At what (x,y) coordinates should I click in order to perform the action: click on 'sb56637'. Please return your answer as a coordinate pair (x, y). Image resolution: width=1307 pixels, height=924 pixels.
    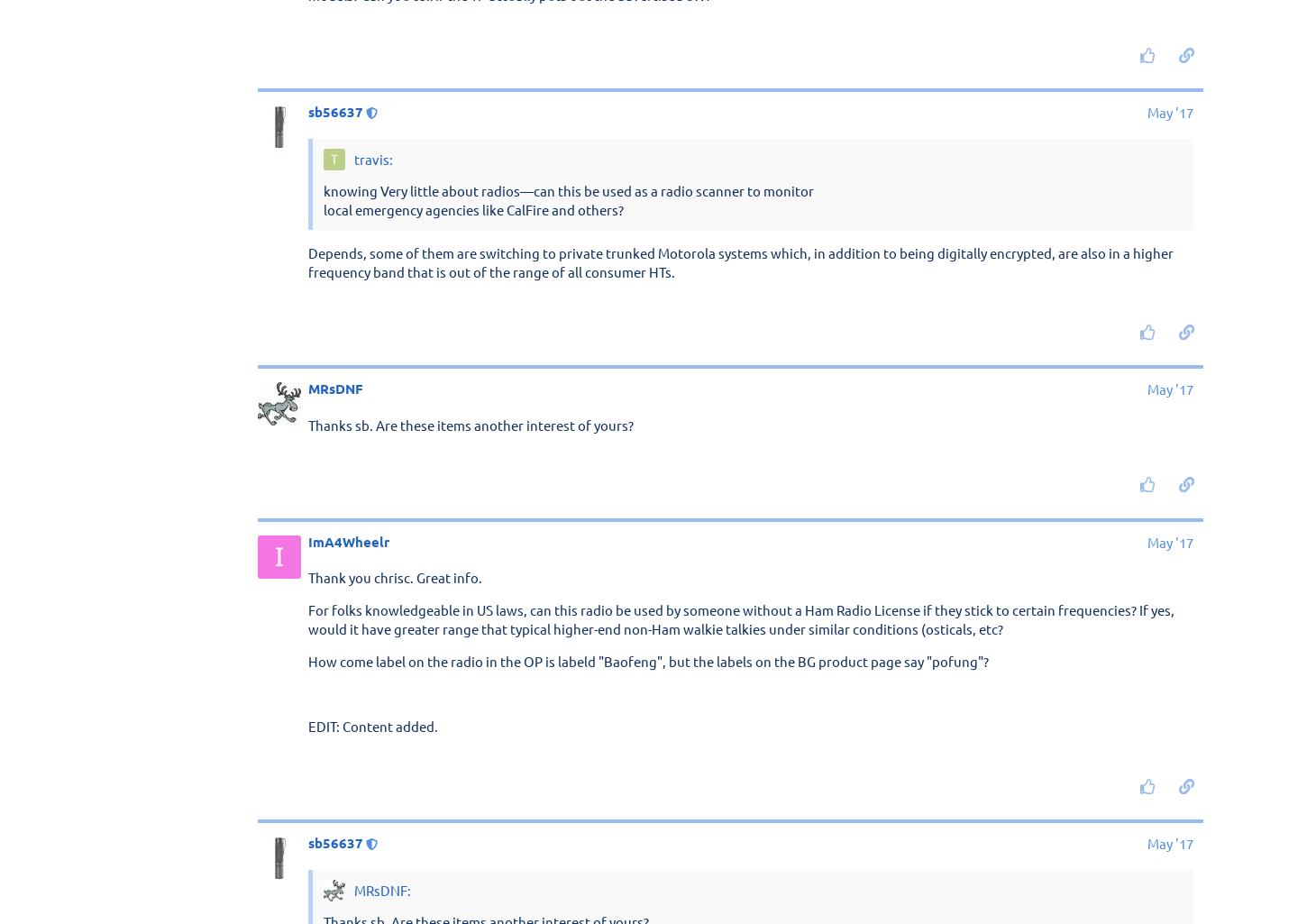
    Looking at the image, I should click on (334, 112).